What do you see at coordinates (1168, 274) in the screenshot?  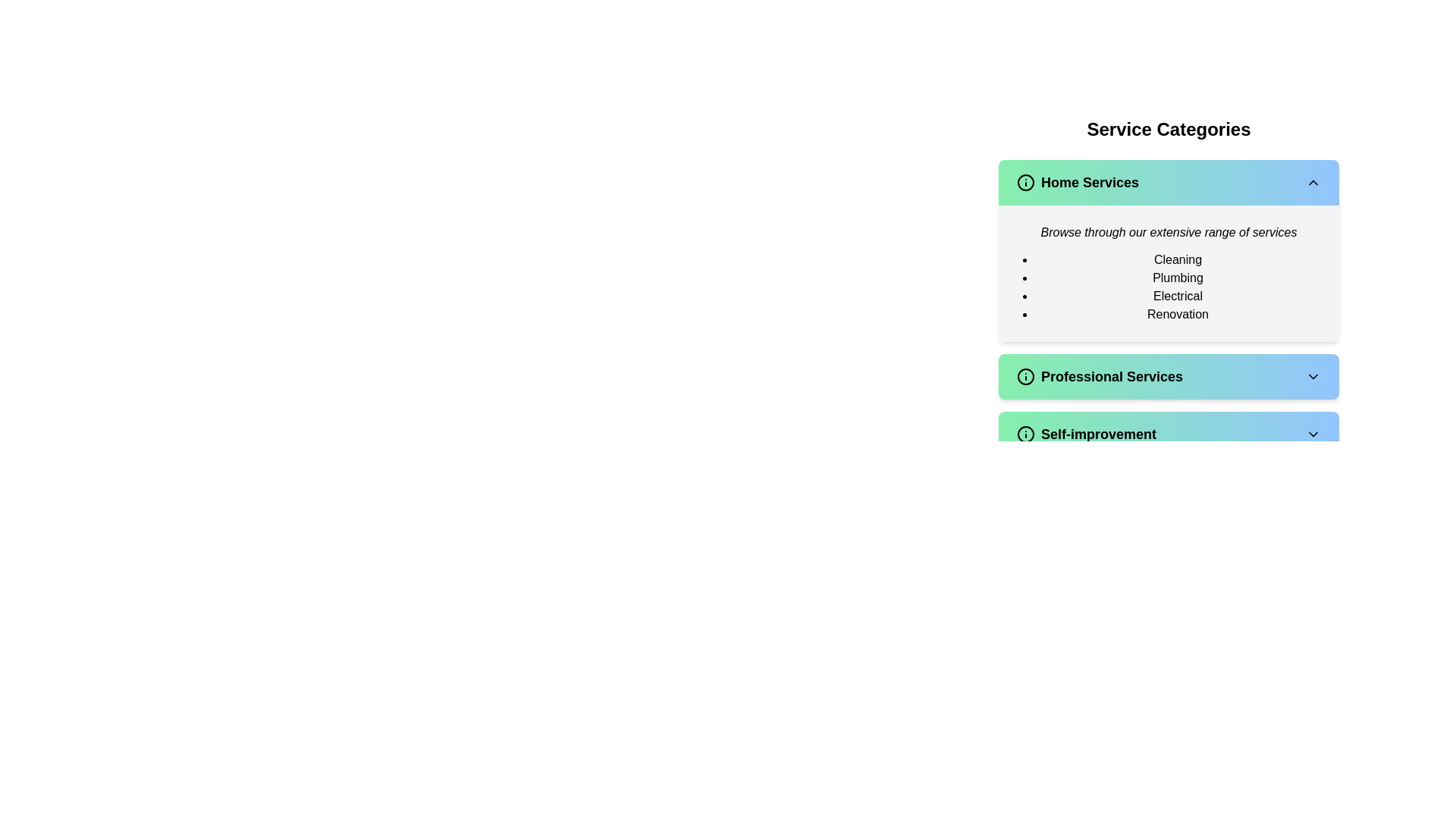 I see `the text block containing the title in italicized font and the bullet list of services such as 'Cleaning,' 'Plumbing,' 'Electrical,' and 'Renovation' in the 'Home Services' section` at bounding box center [1168, 274].